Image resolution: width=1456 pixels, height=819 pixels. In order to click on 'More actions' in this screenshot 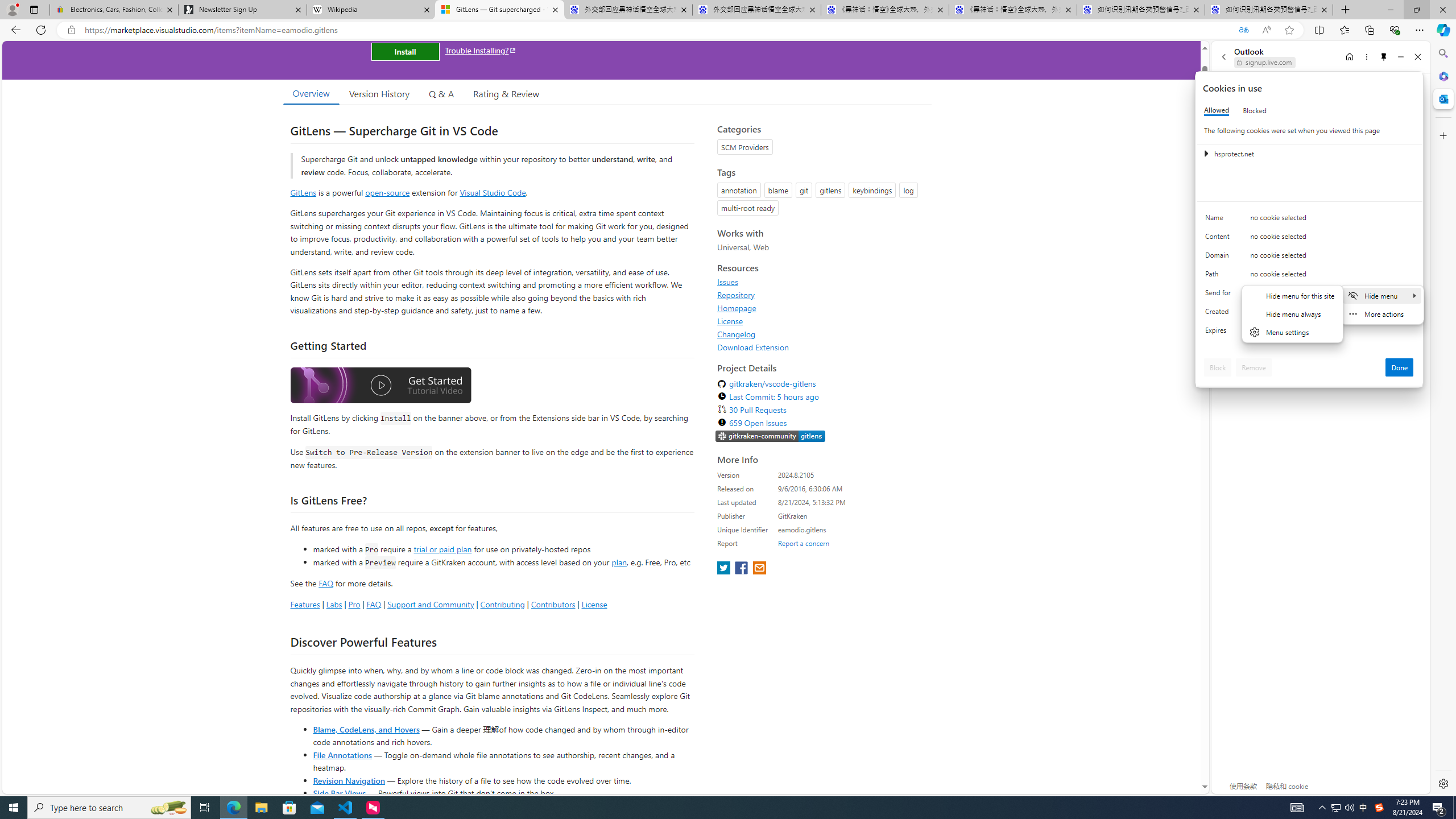, I will do `click(1381, 313)`.